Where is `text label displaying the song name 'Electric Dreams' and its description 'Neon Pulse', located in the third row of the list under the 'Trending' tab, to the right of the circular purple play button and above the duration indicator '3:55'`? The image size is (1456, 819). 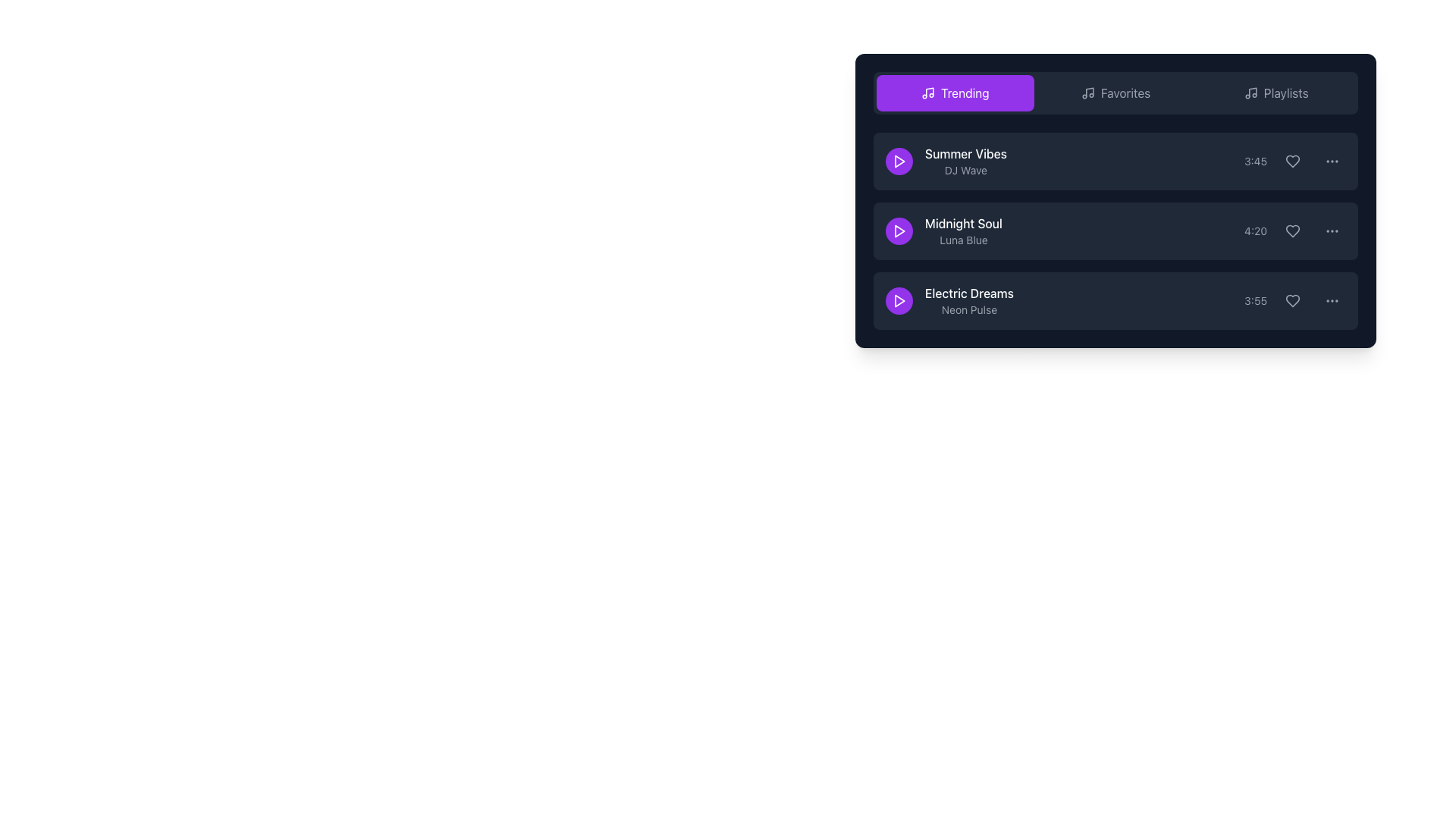 text label displaying the song name 'Electric Dreams' and its description 'Neon Pulse', located in the third row of the list under the 'Trending' tab, to the right of the circular purple play button and above the duration indicator '3:55' is located at coordinates (968, 301).